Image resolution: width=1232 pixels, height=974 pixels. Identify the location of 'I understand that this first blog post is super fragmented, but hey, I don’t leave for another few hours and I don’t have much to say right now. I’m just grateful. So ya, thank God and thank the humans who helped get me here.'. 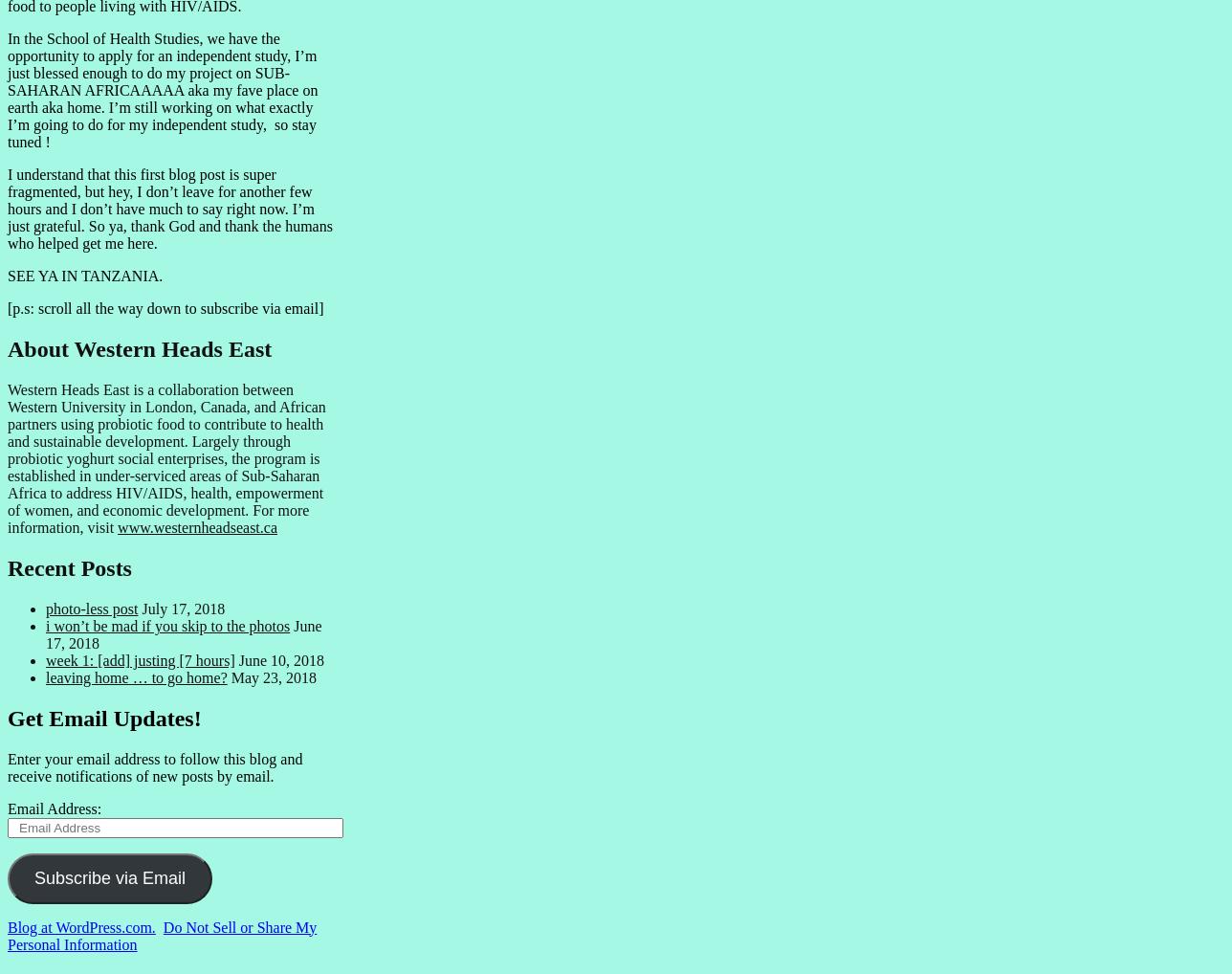
(7, 208).